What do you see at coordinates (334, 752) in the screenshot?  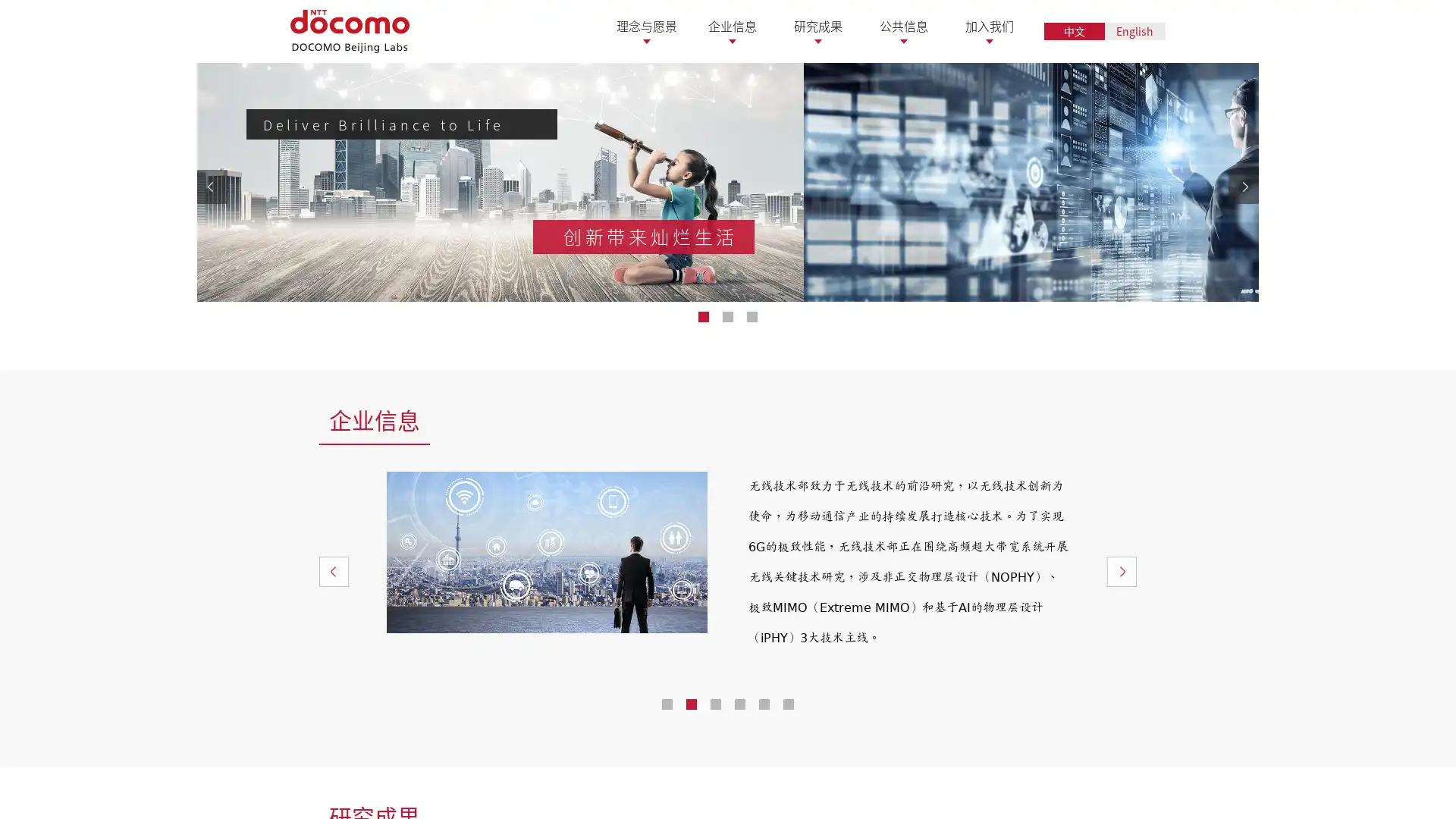 I see `Previous` at bounding box center [334, 752].